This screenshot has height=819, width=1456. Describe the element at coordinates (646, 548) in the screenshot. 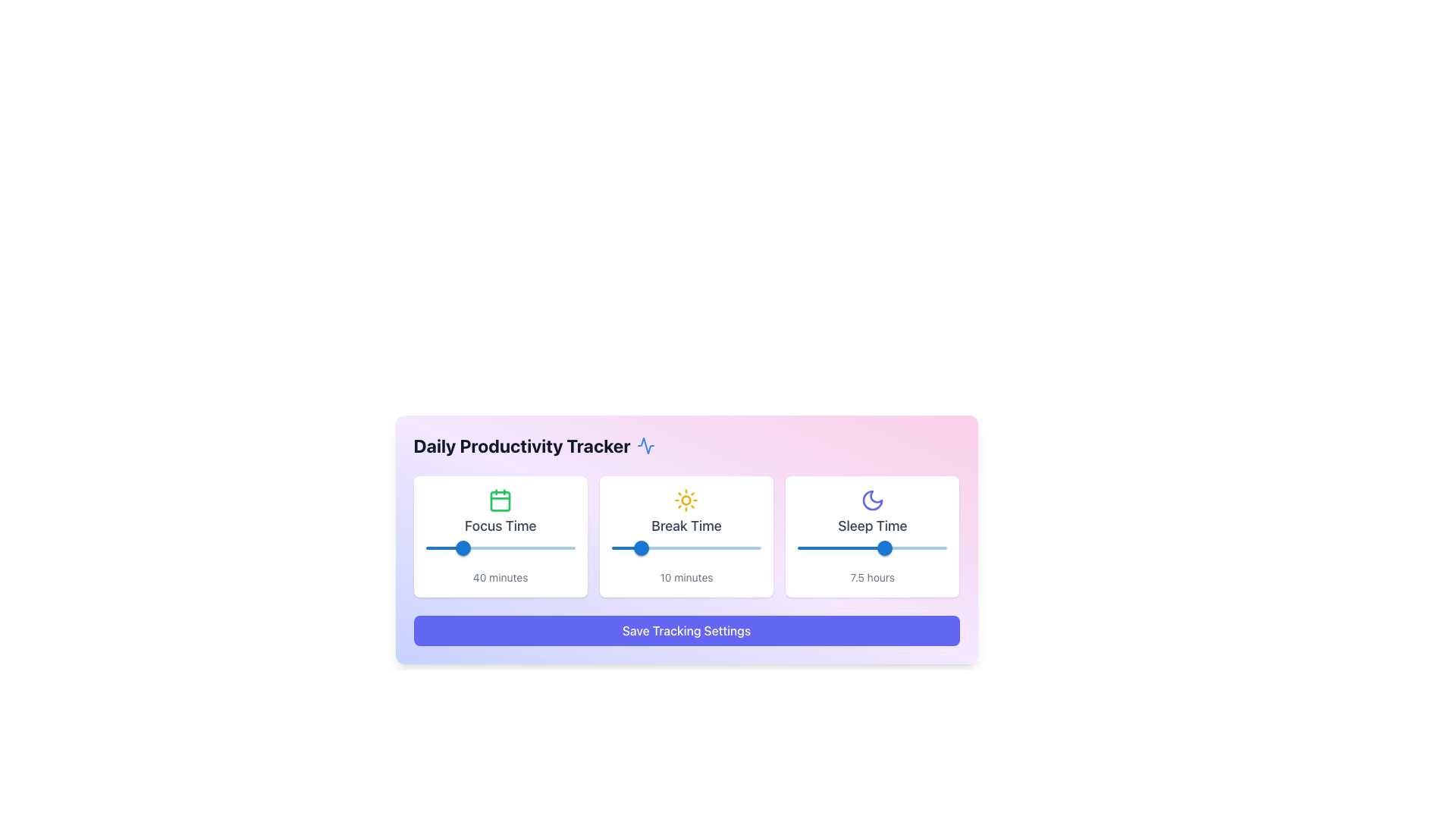

I see `break time` at that location.